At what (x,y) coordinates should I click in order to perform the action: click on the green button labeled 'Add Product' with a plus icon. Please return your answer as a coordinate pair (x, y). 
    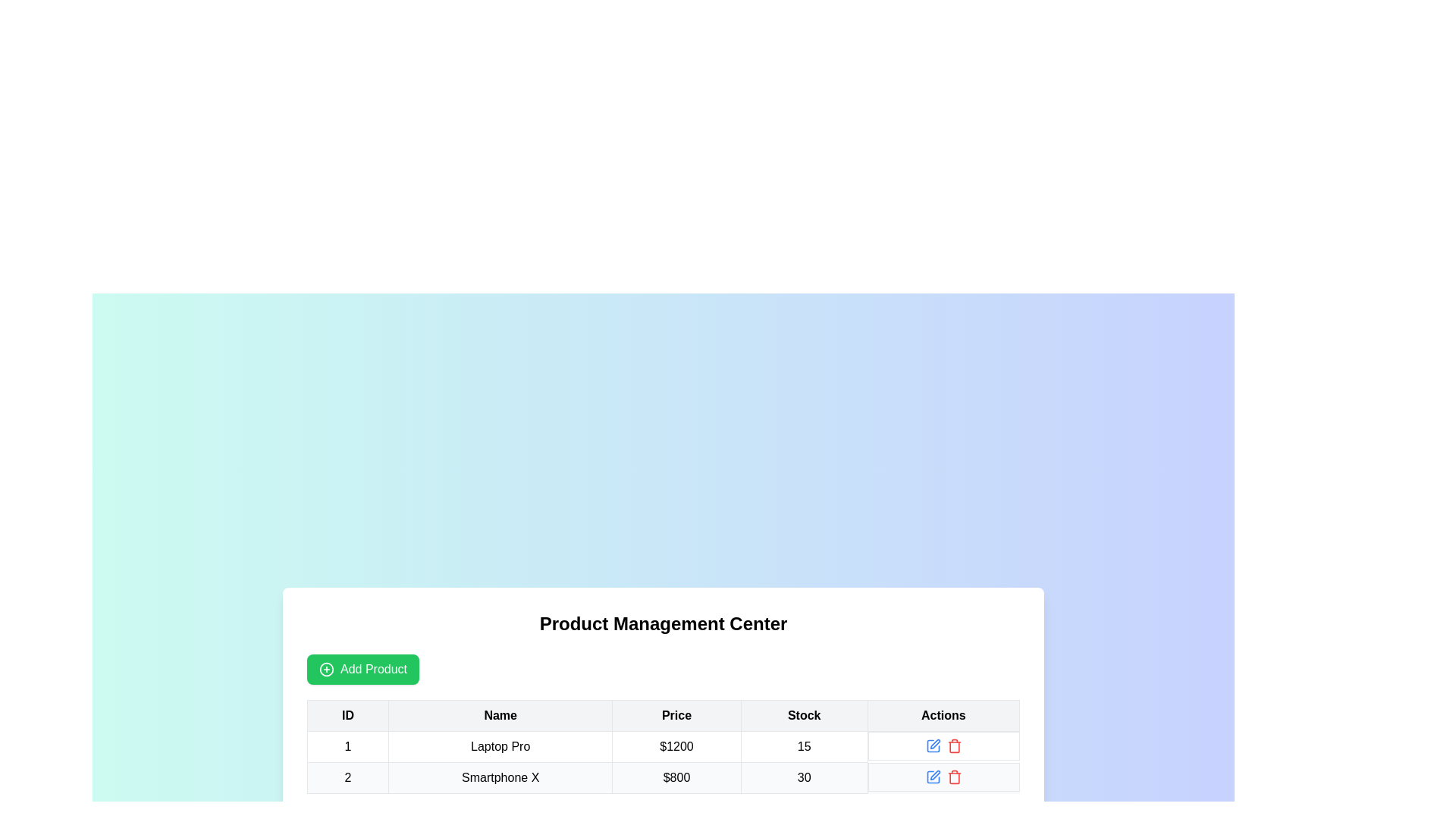
    Looking at the image, I should click on (362, 669).